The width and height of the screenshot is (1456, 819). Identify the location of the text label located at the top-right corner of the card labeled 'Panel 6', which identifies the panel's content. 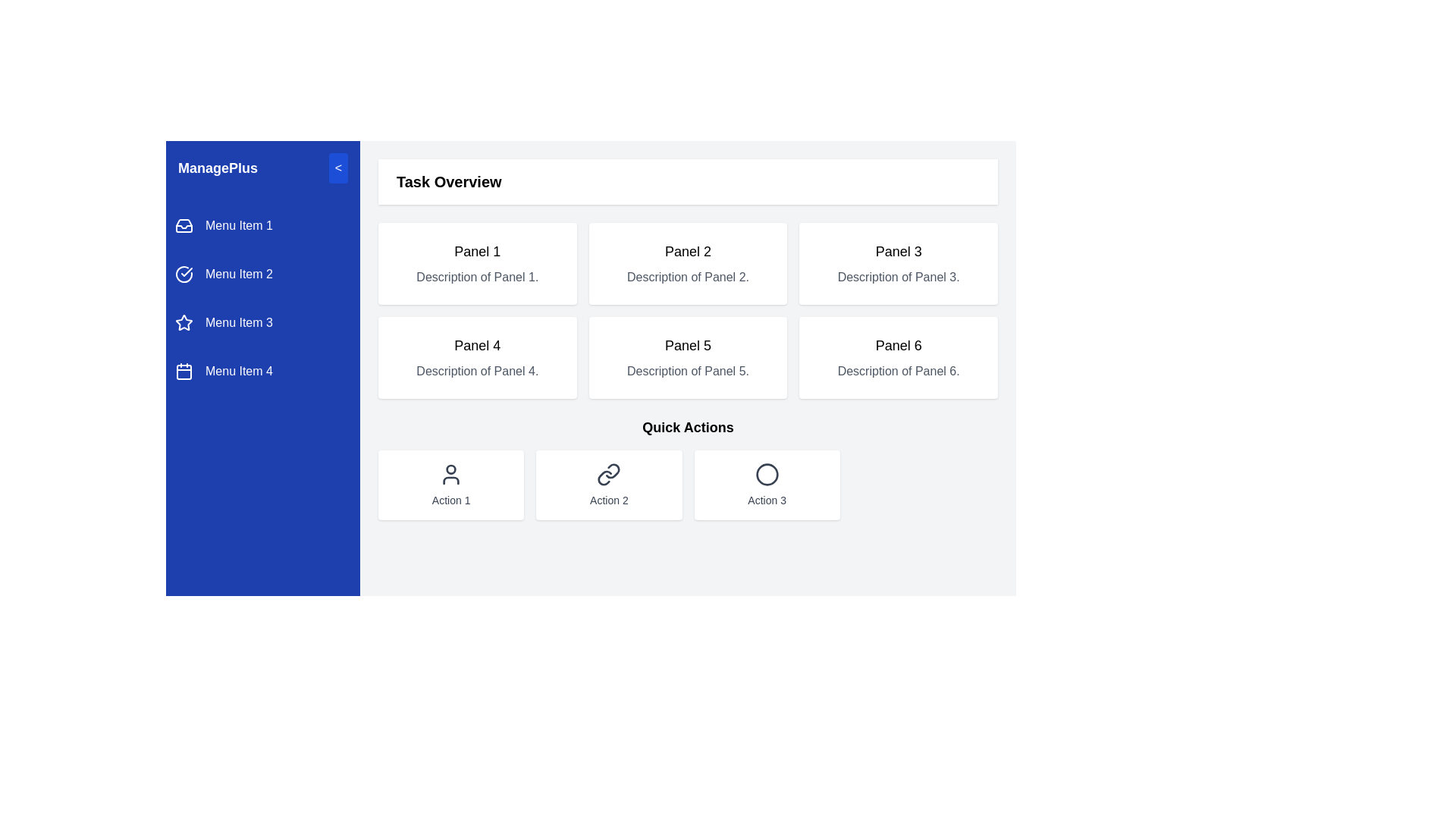
(899, 345).